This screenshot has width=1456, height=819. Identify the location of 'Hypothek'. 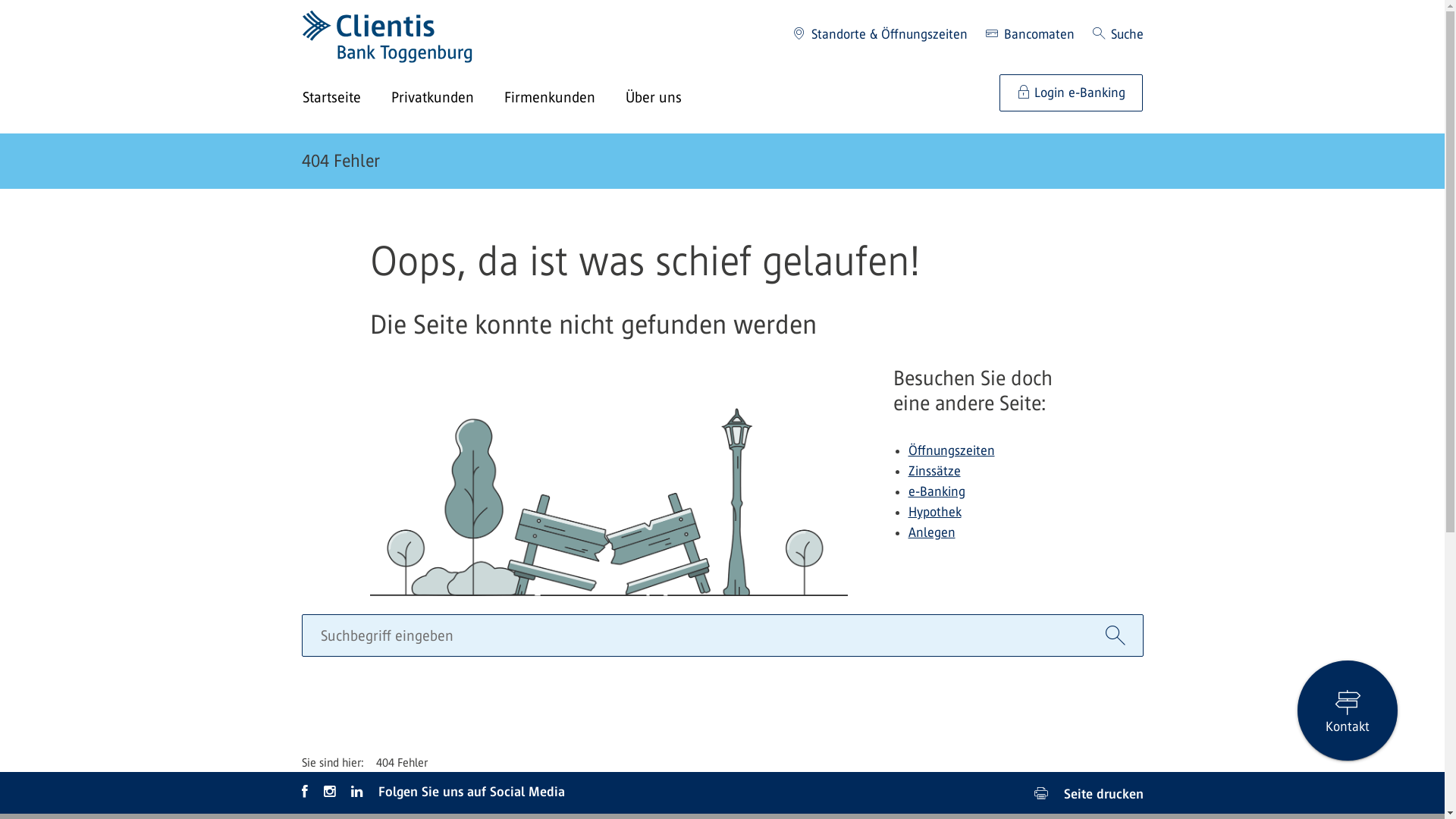
(934, 512).